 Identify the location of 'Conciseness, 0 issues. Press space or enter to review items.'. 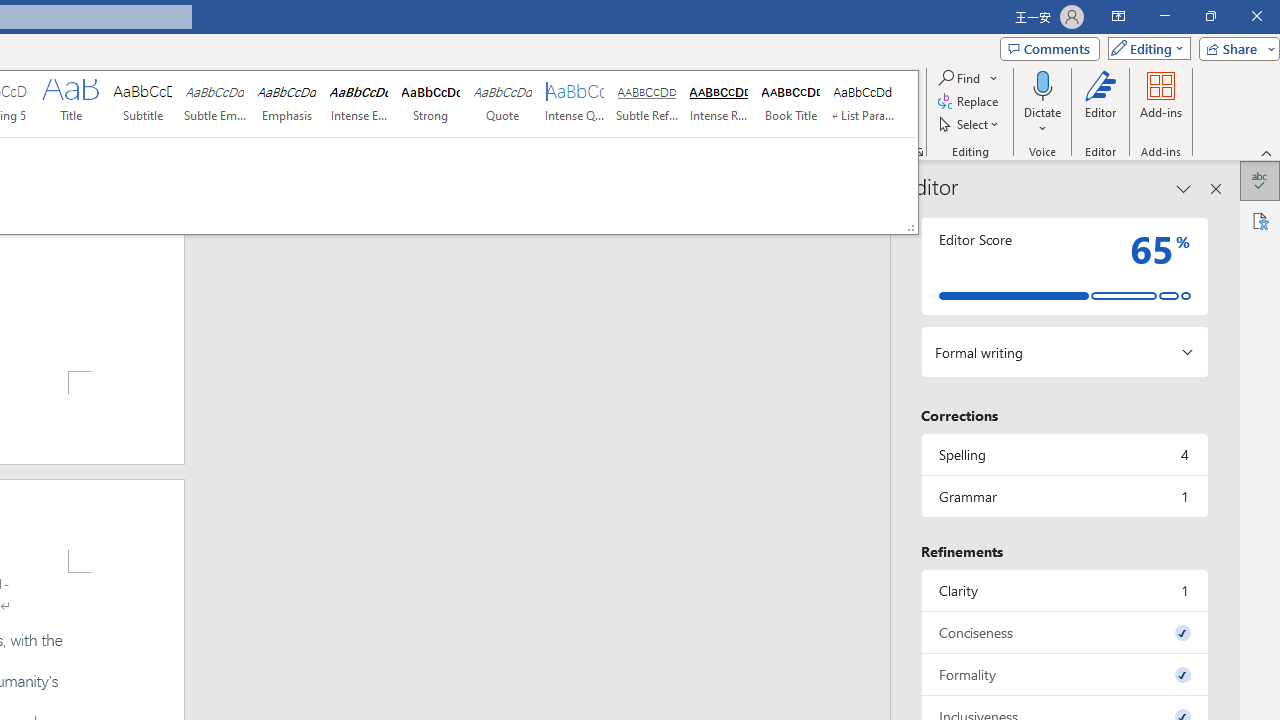
(1063, 632).